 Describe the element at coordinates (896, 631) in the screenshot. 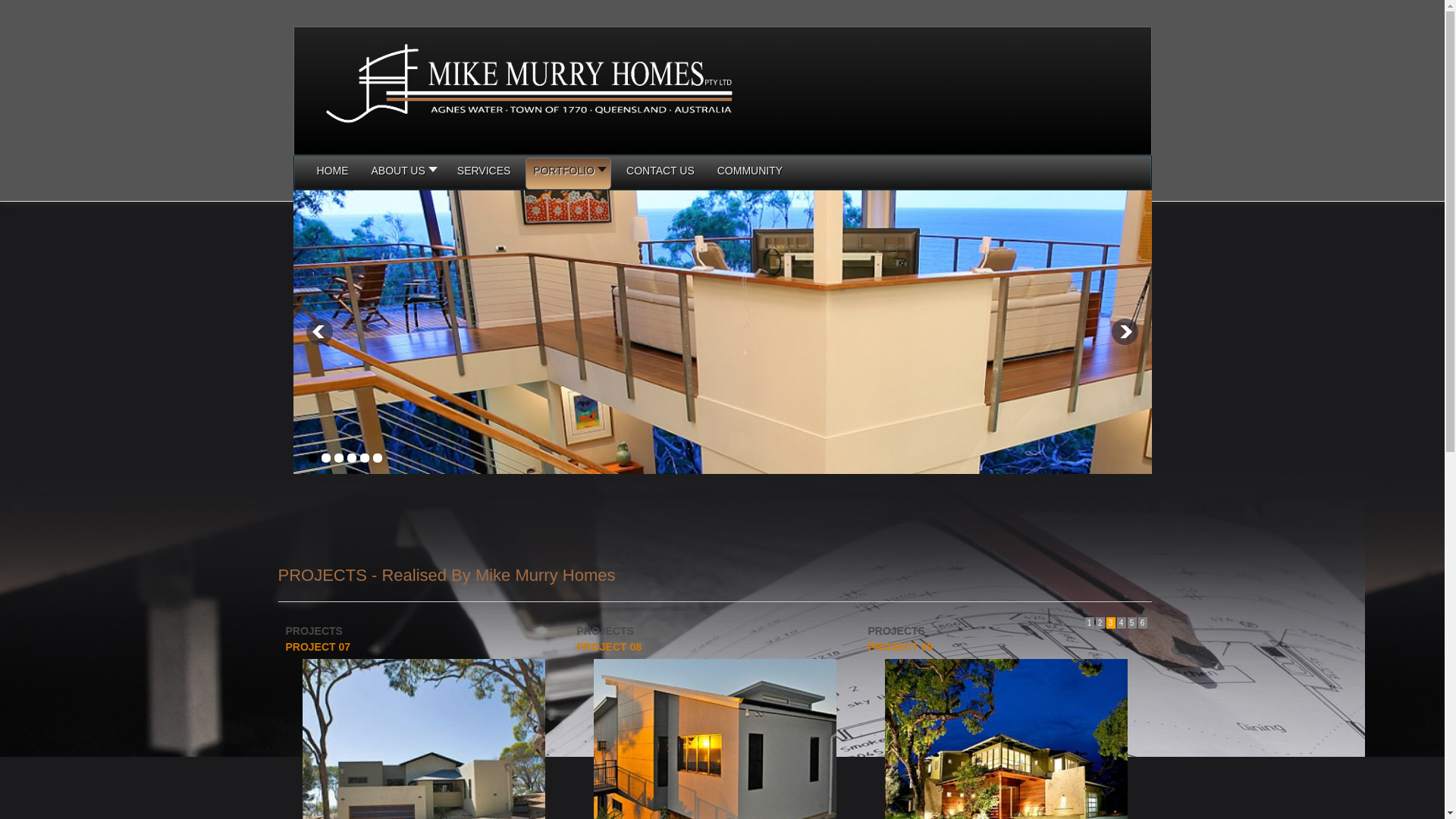

I see `'PROJECTS'` at that location.